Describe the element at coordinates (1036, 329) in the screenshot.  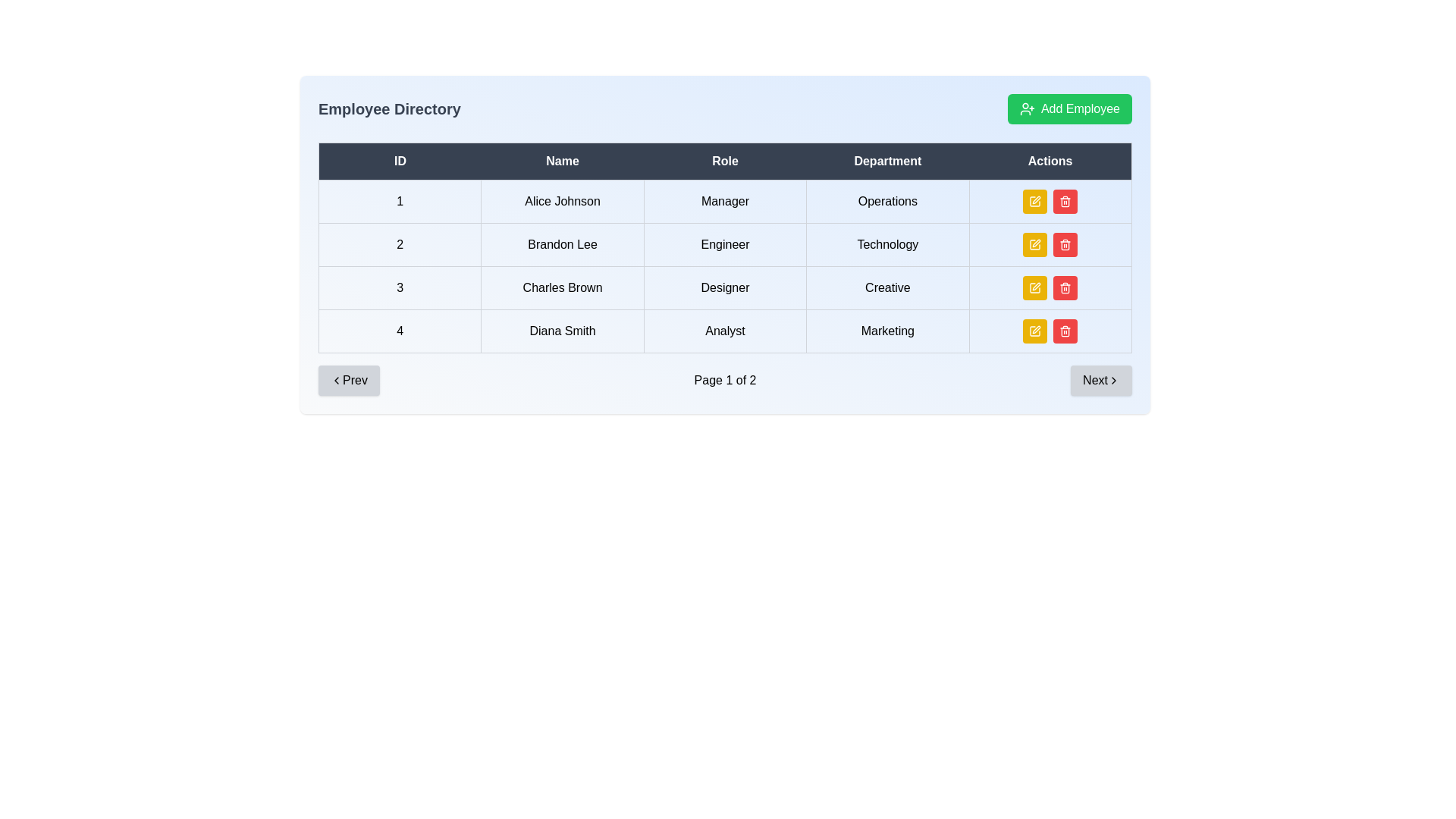
I see `the 'Edit' button icon located in the last row of the table under the 'Actions' column for the entry corresponding to 'Diana Smith' to initiate editing` at that location.